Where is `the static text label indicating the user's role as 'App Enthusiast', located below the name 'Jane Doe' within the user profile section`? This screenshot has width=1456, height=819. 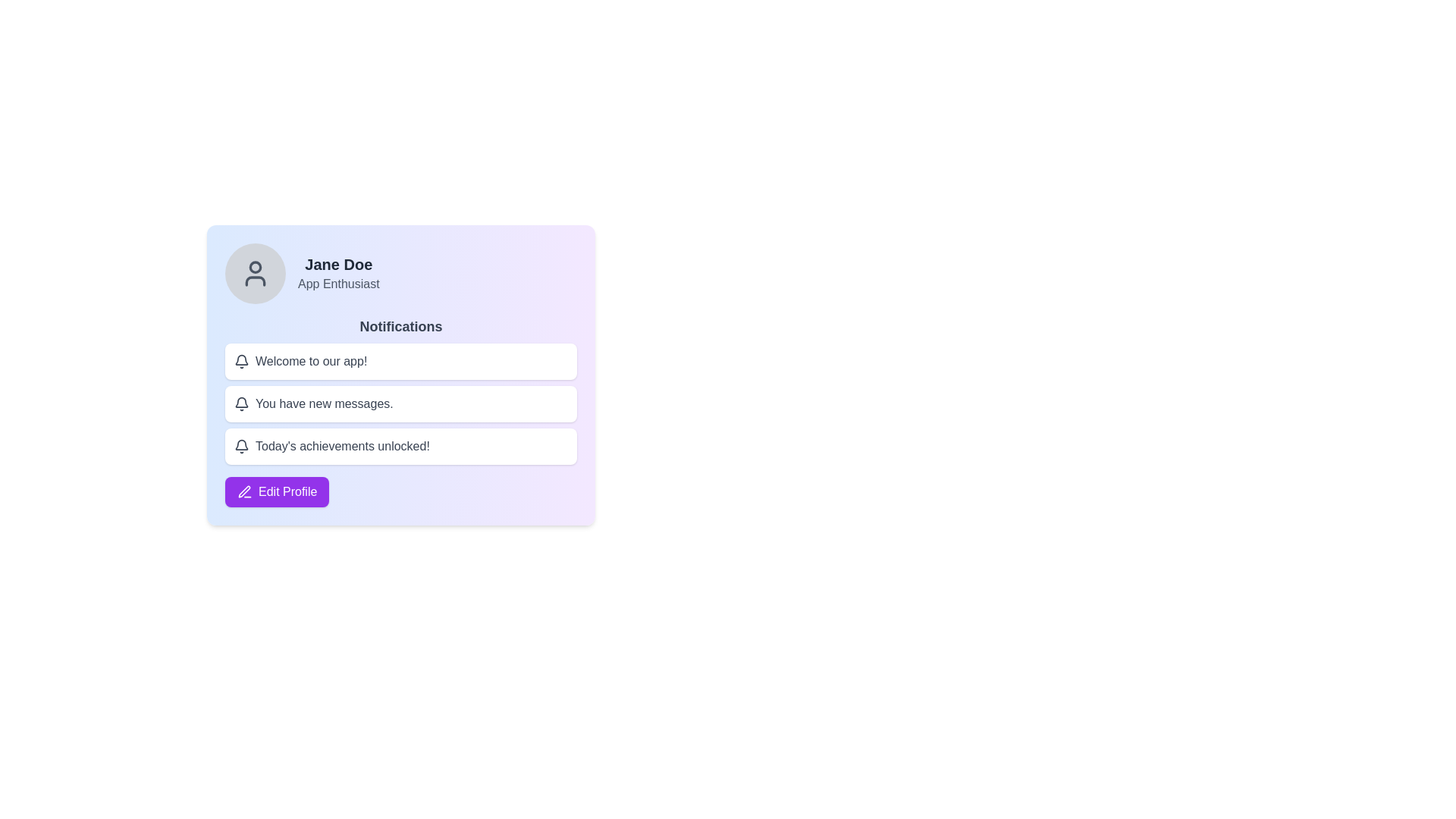
the static text label indicating the user's role as 'App Enthusiast', located below the name 'Jane Doe' within the user profile section is located at coordinates (337, 284).